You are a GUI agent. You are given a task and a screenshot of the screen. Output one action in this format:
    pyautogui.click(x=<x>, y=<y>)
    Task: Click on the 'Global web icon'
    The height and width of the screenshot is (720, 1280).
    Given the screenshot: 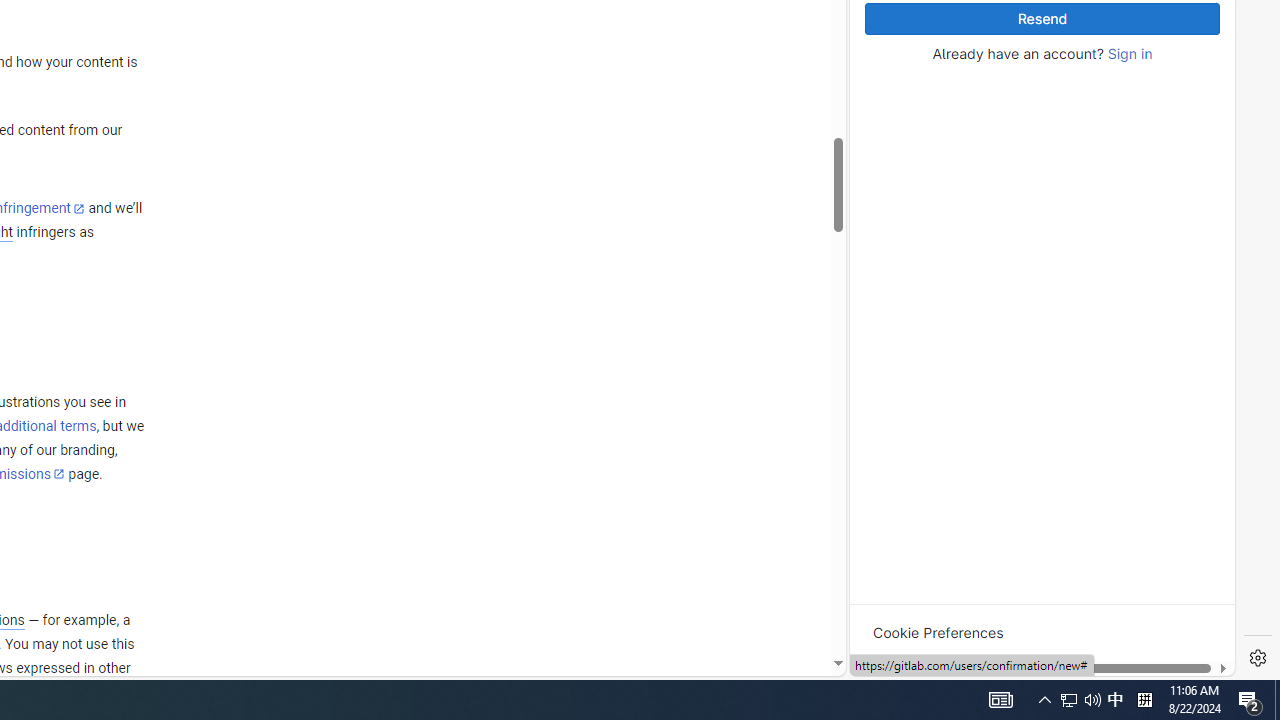 What is the action you would take?
    pyautogui.click(x=887, y=403)
    